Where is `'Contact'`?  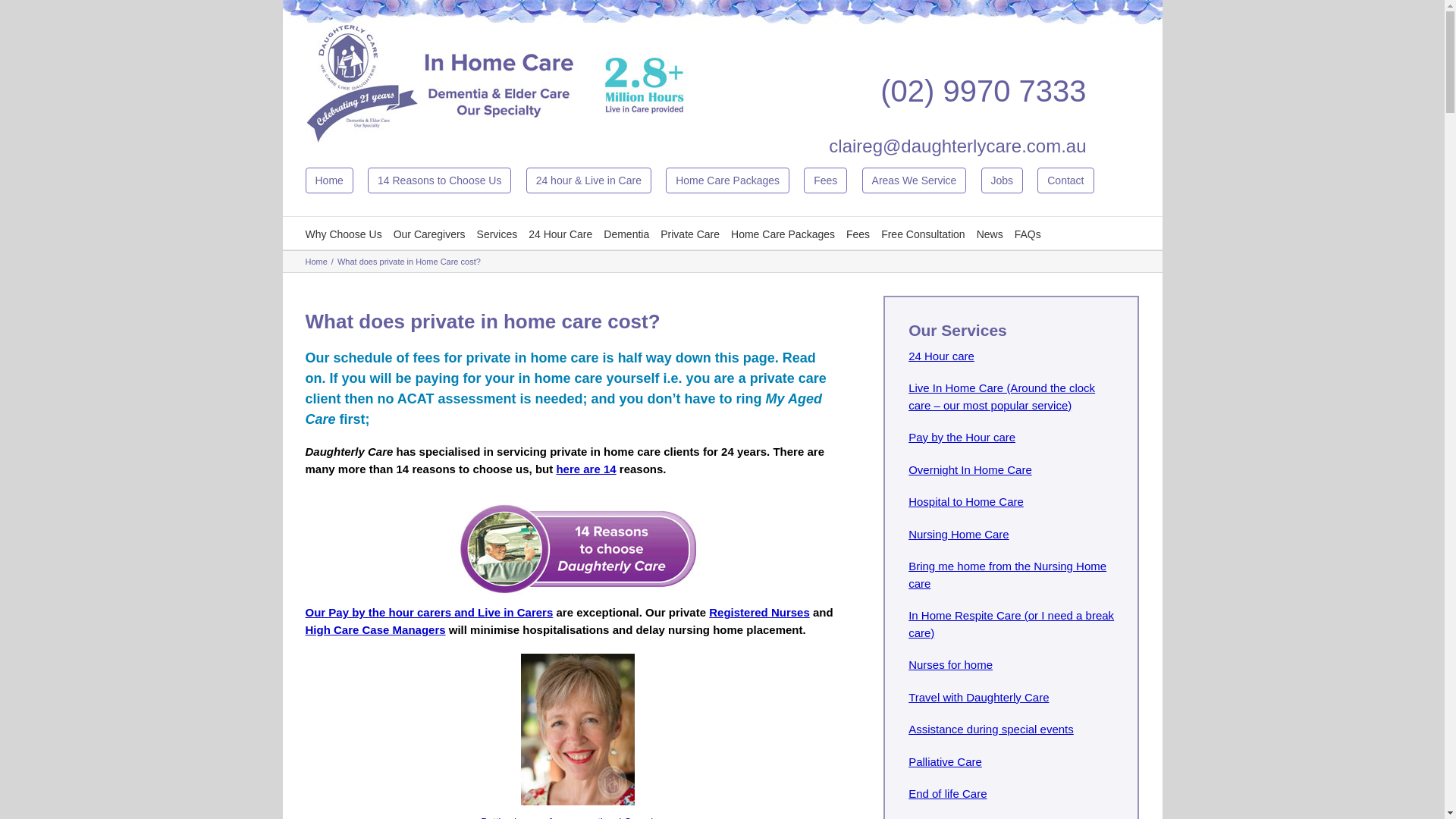
'Contact' is located at coordinates (1070, 178).